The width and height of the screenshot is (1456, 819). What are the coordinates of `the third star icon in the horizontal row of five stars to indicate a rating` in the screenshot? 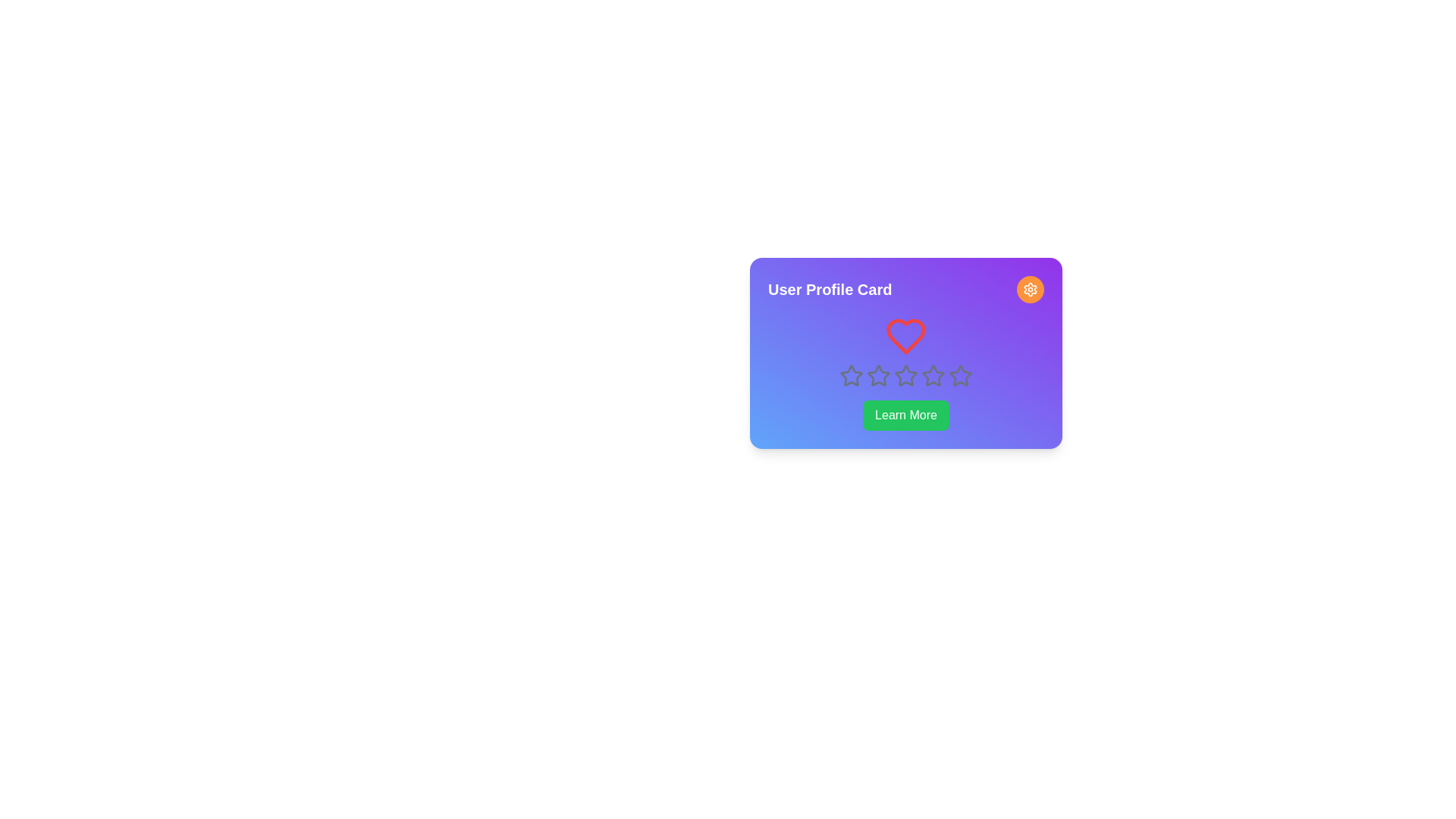 It's located at (905, 375).